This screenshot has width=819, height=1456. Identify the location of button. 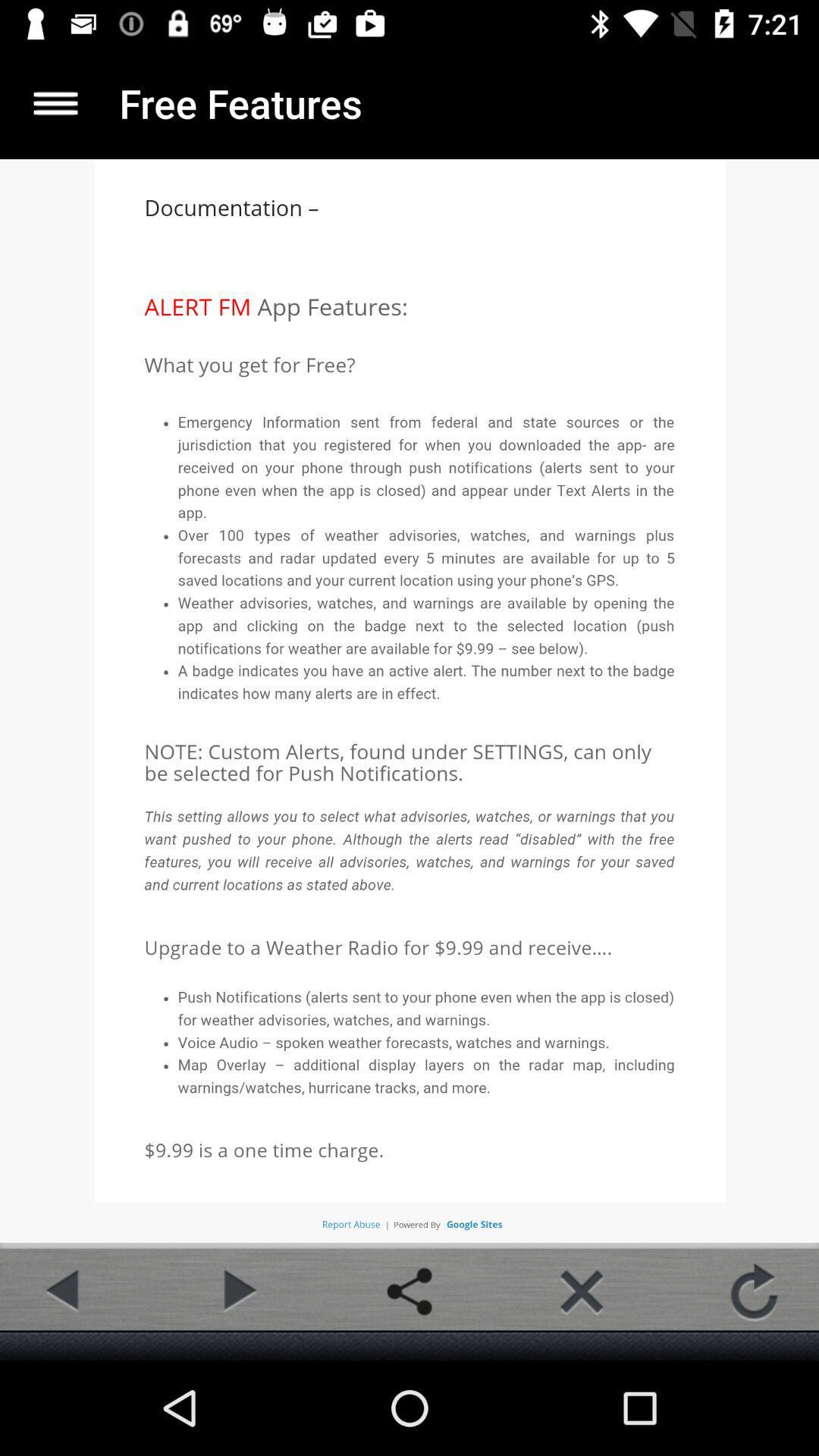
(581, 1291).